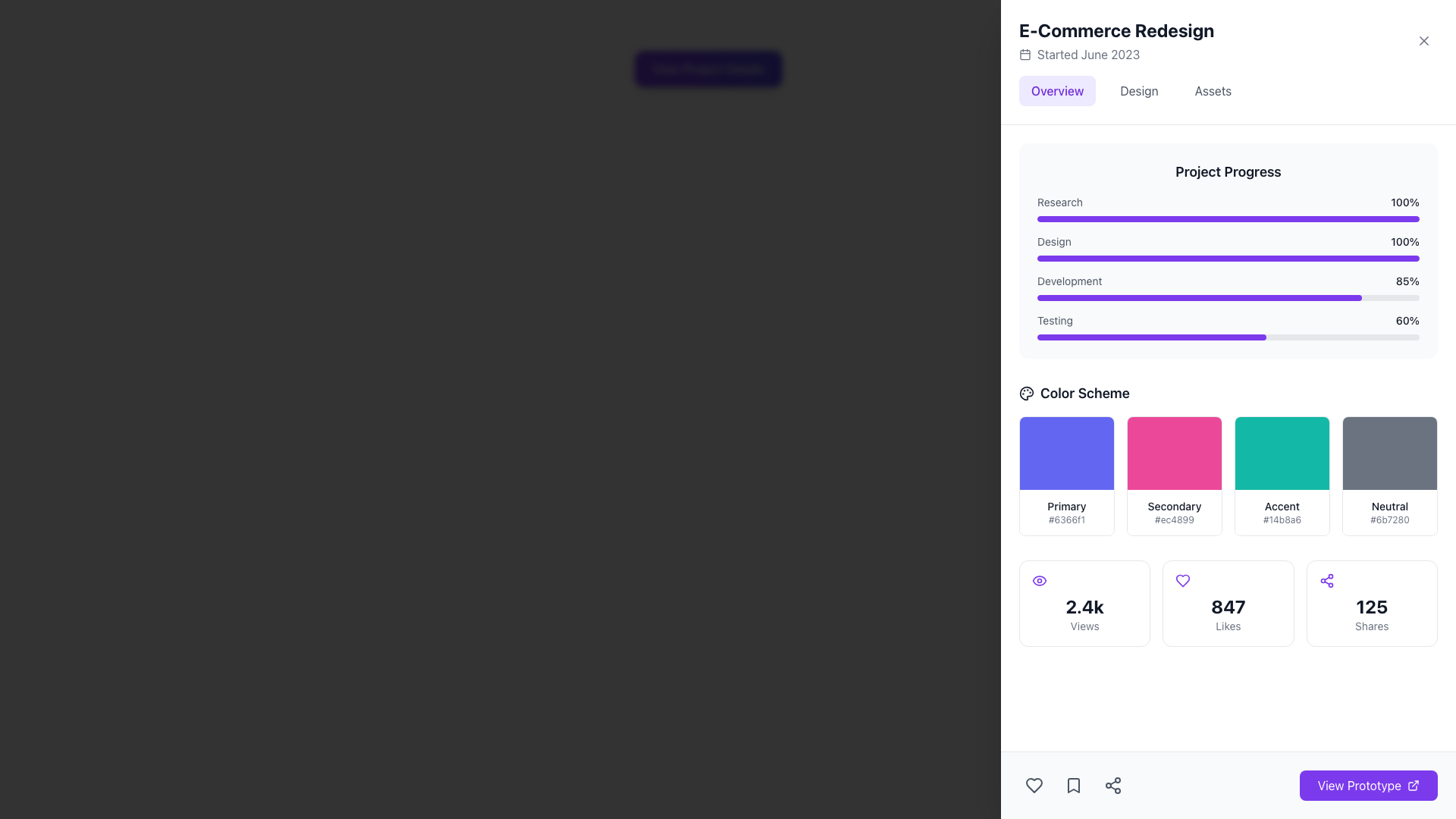  I want to click on the third tab in the E-Commerce Redesign section, so click(1228, 90).